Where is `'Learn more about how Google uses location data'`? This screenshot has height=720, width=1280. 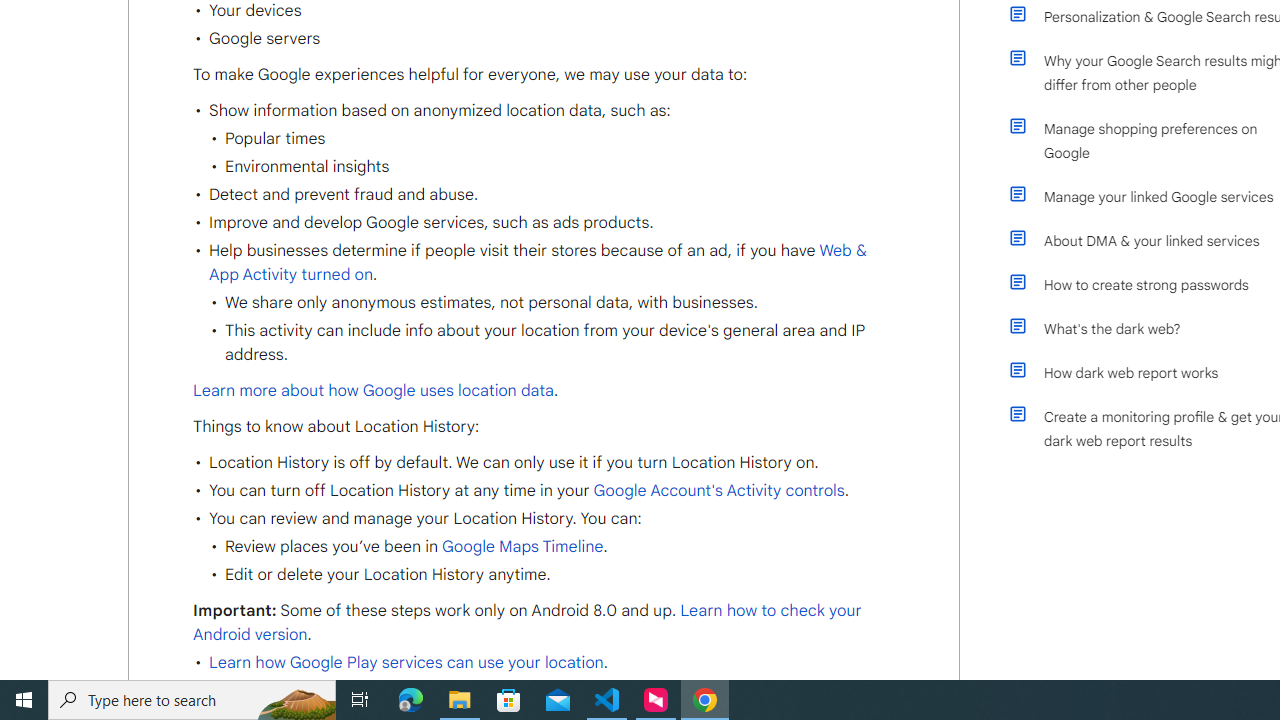 'Learn more about how Google uses location data' is located at coordinates (373, 390).